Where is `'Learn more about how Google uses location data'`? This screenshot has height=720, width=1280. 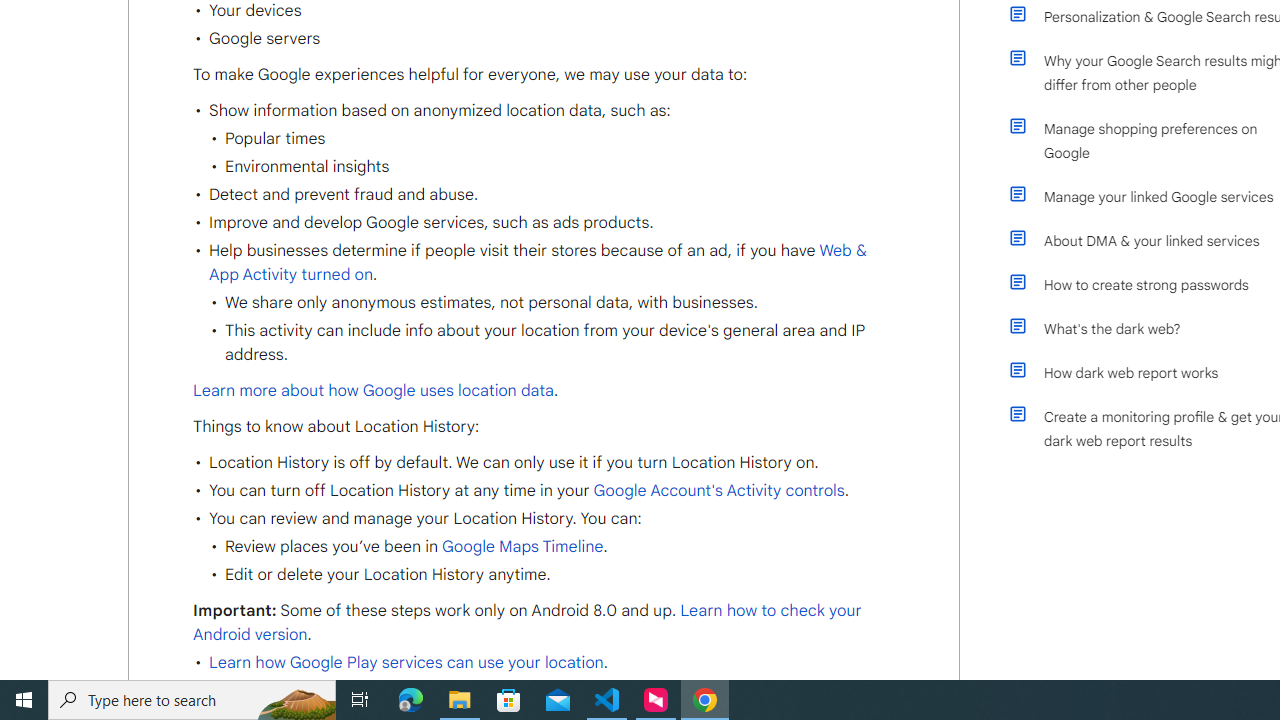 'Learn more about how Google uses location data' is located at coordinates (373, 390).